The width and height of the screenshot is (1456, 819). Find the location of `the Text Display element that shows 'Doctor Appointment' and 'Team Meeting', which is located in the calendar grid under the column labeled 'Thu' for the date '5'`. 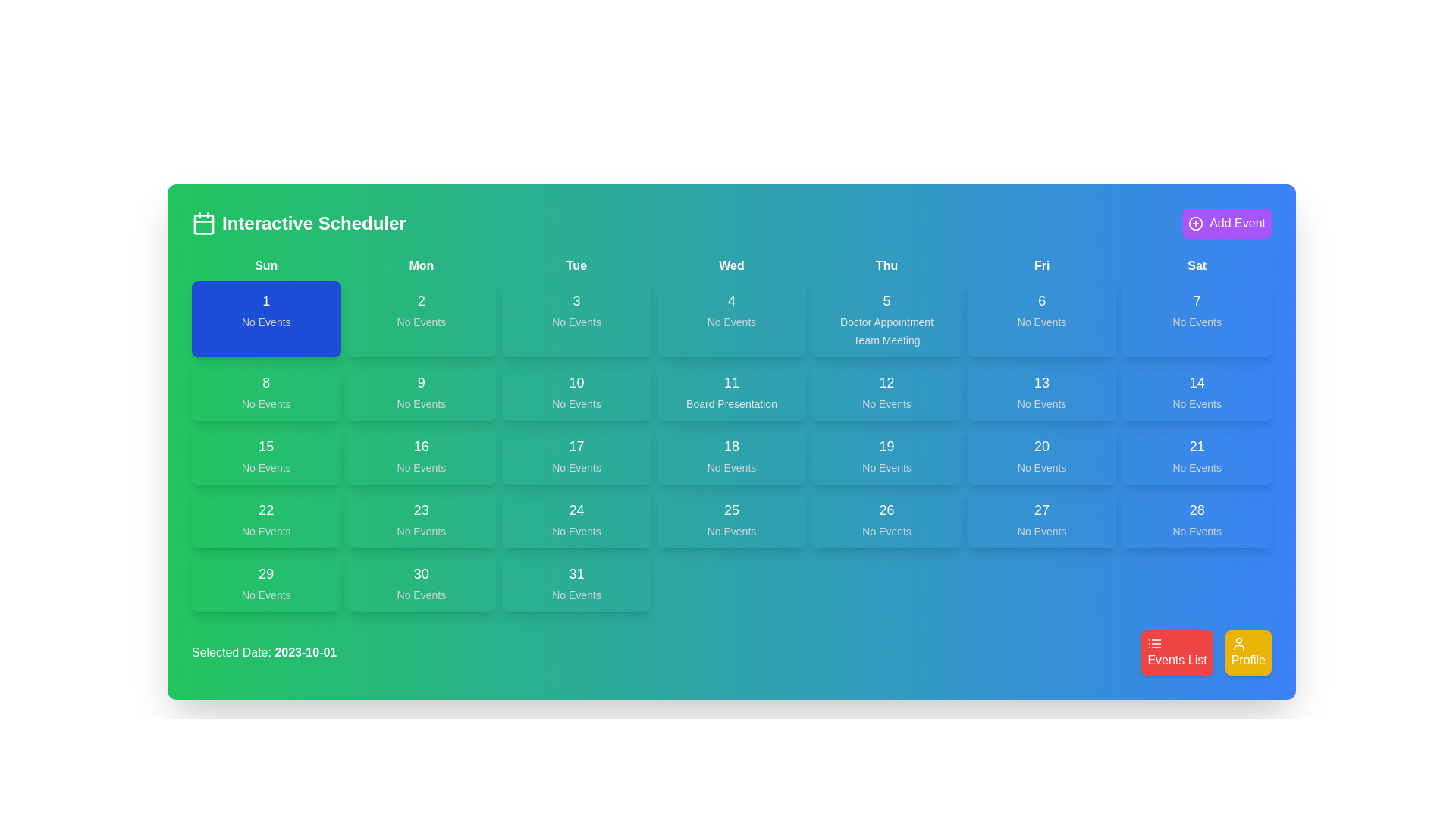

the Text Display element that shows 'Doctor Appointment' and 'Team Meeting', which is located in the calendar grid under the column labeled 'Thu' for the date '5' is located at coordinates (886, 330).